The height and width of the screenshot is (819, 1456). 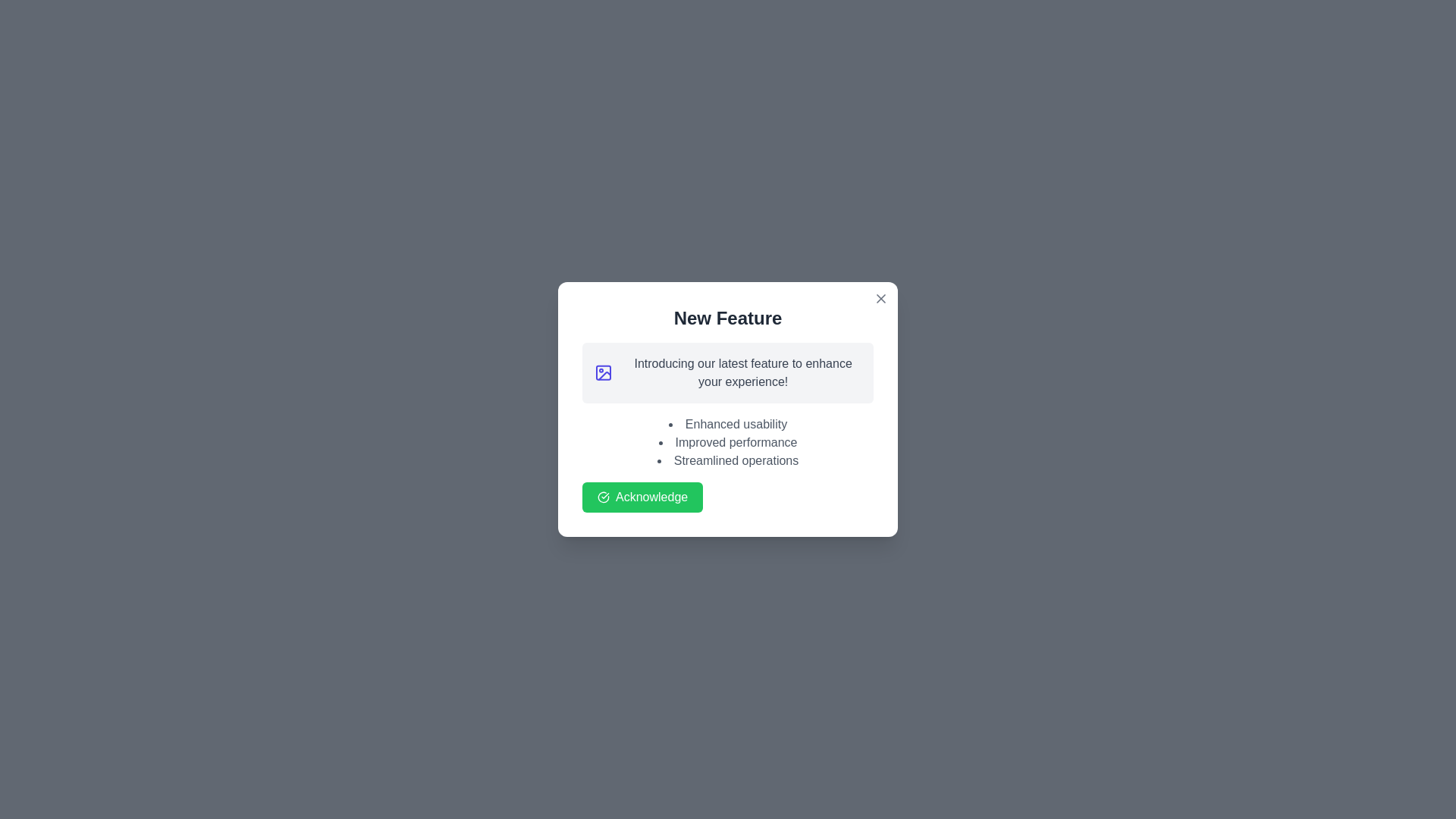 I want to click on text of the second bullet point item in the modal dialog, which contains 'Improved performance', so click(x=728, y=442).